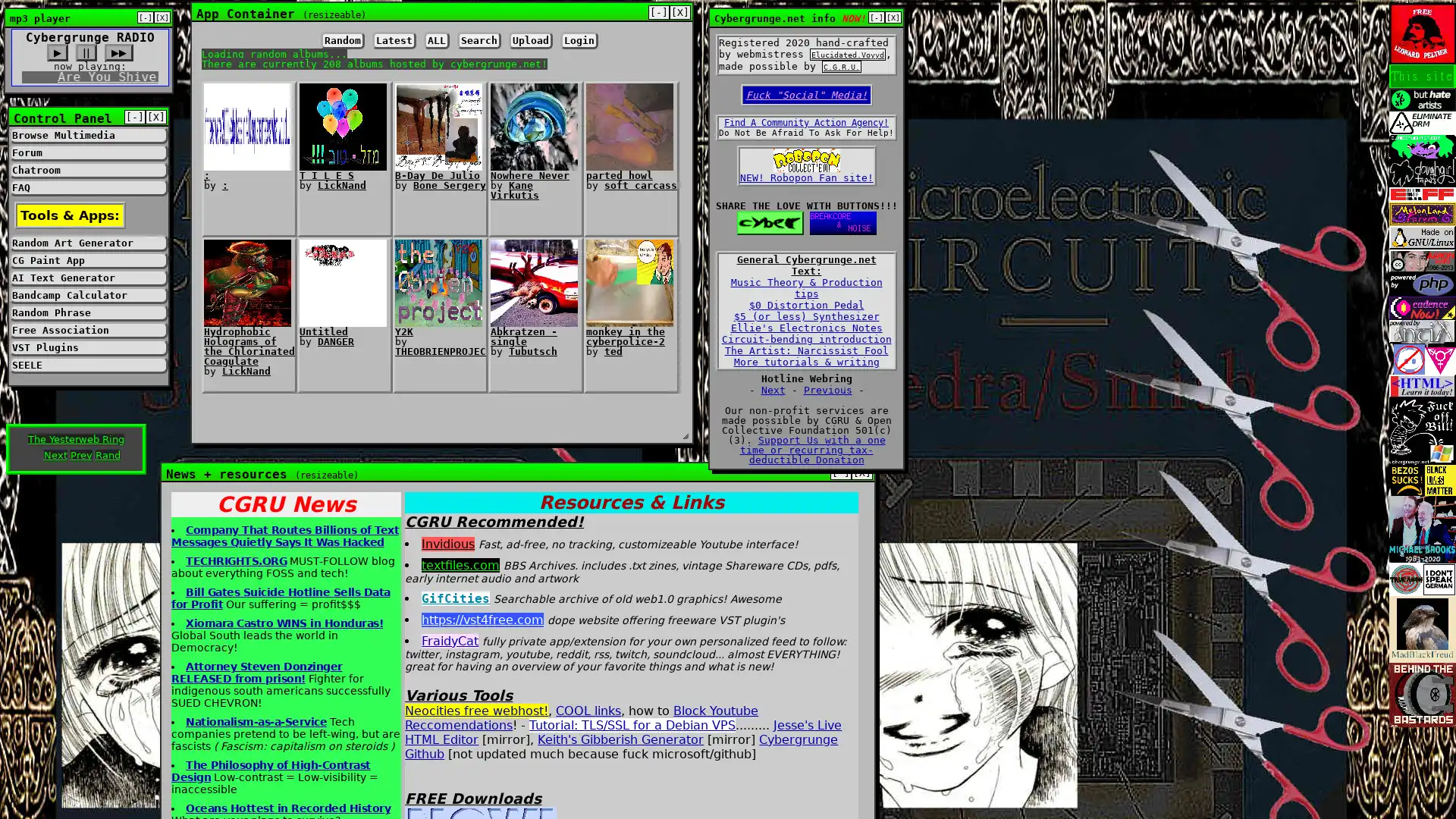  I want to click on Forum, so click(87, 152).